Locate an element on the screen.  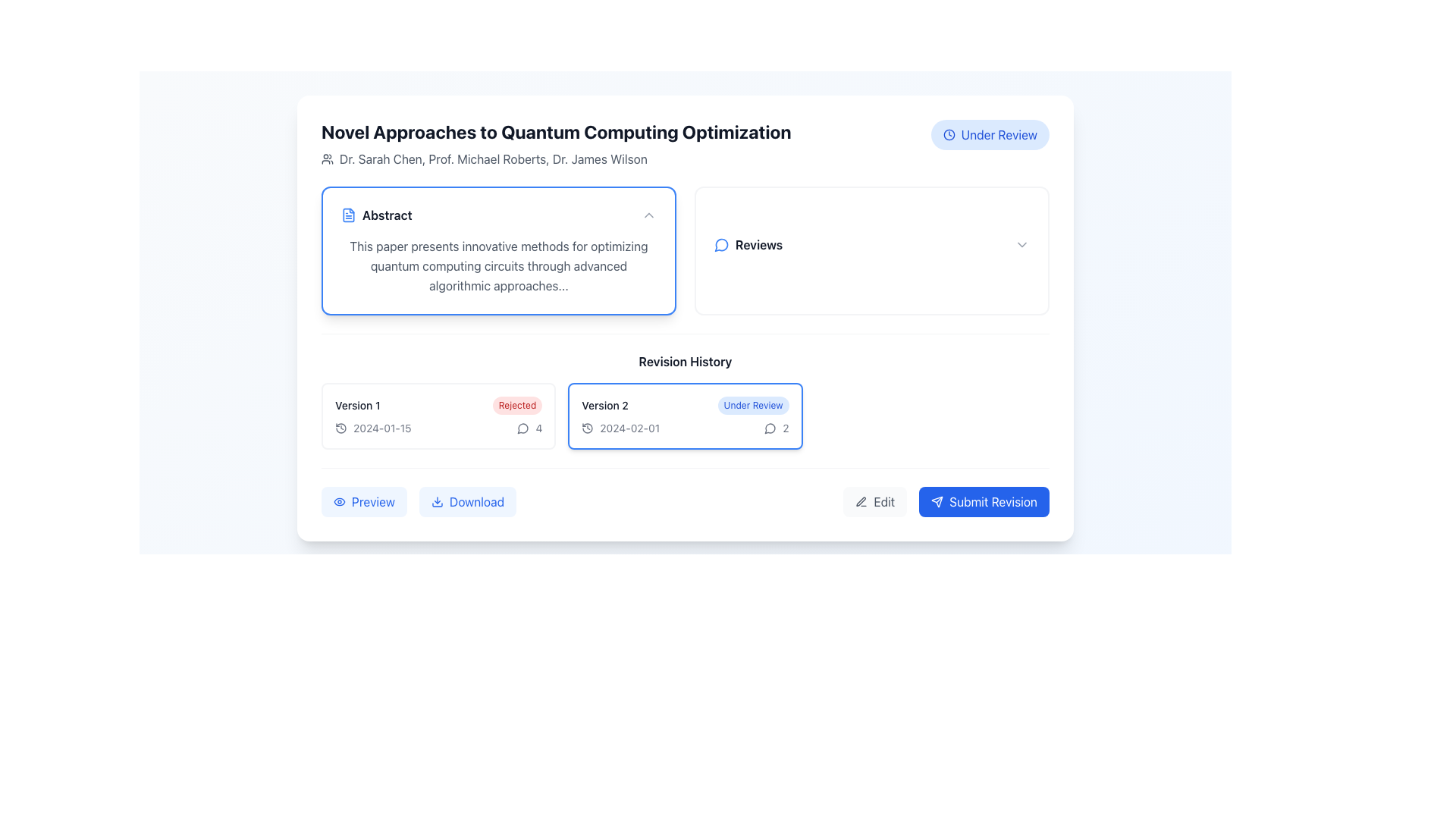
the eye icon in the upper-right section of the user interface is located at coordinates (338, 502).